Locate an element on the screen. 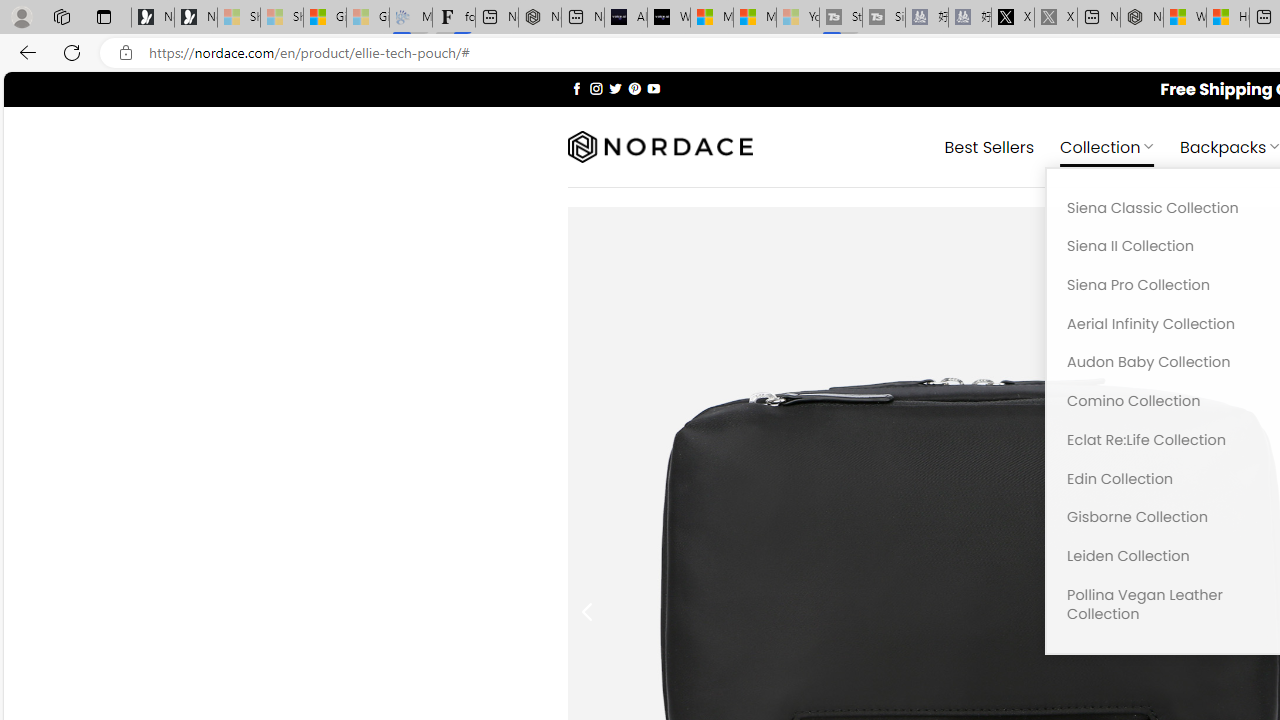  'Personal Profile' is located at coordinates (21, 16).